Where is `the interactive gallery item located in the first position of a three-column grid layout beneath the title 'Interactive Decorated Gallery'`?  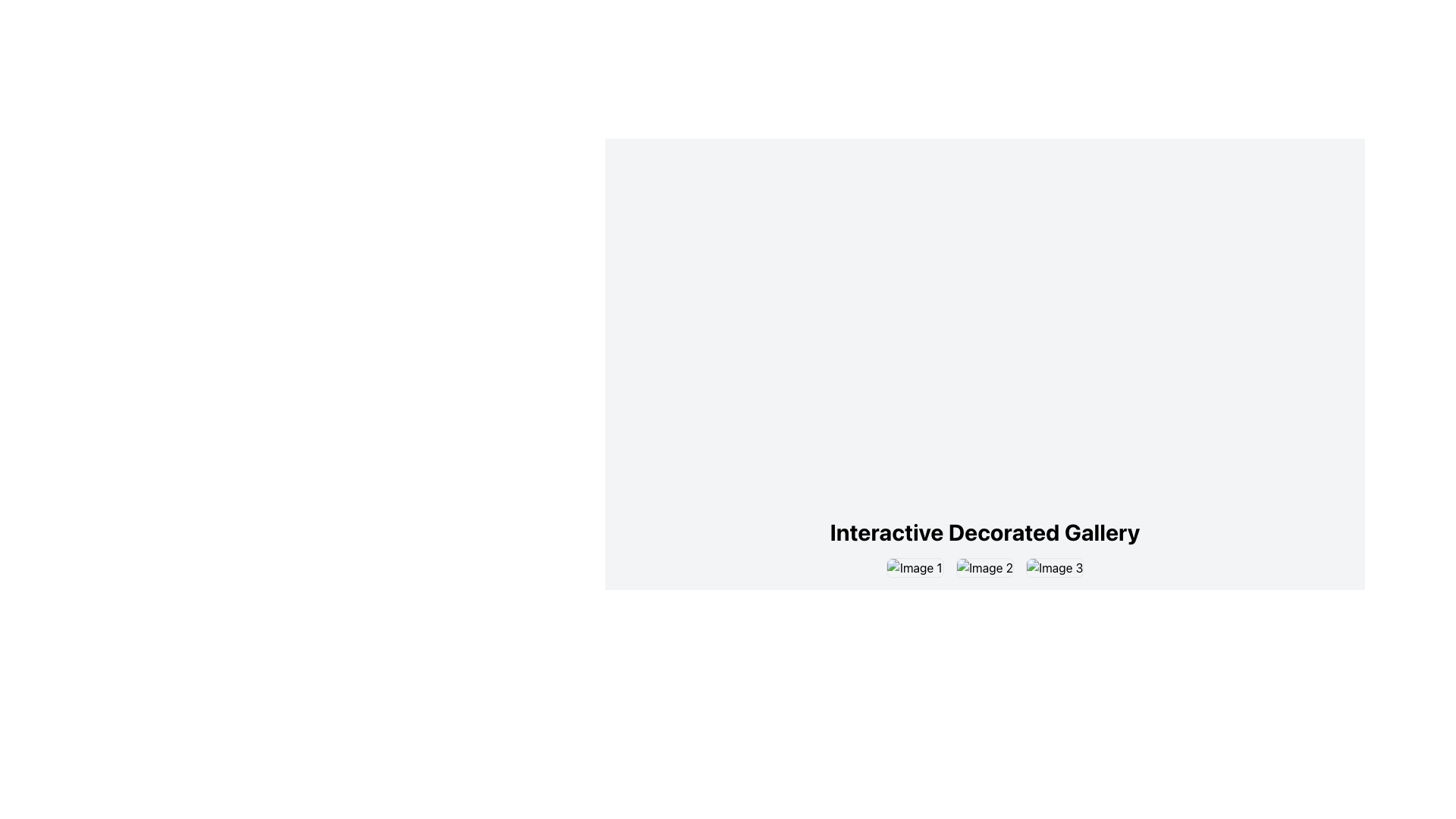 the interactive gallery item located in the first position of a three-column grid layout beneath the title 'Interactive Decorated Gallery' is located at coordinates (914, 567).